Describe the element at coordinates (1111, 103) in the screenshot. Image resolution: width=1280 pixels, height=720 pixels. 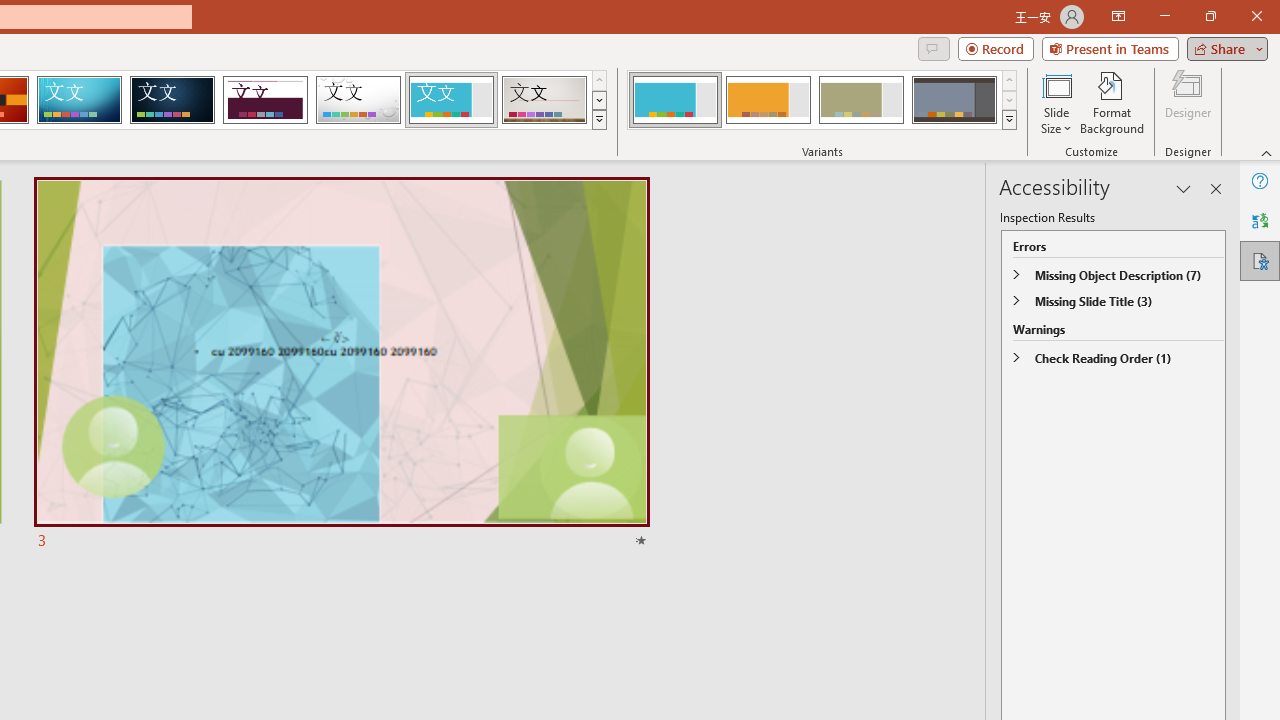
I see `'Format Background'` at that location.